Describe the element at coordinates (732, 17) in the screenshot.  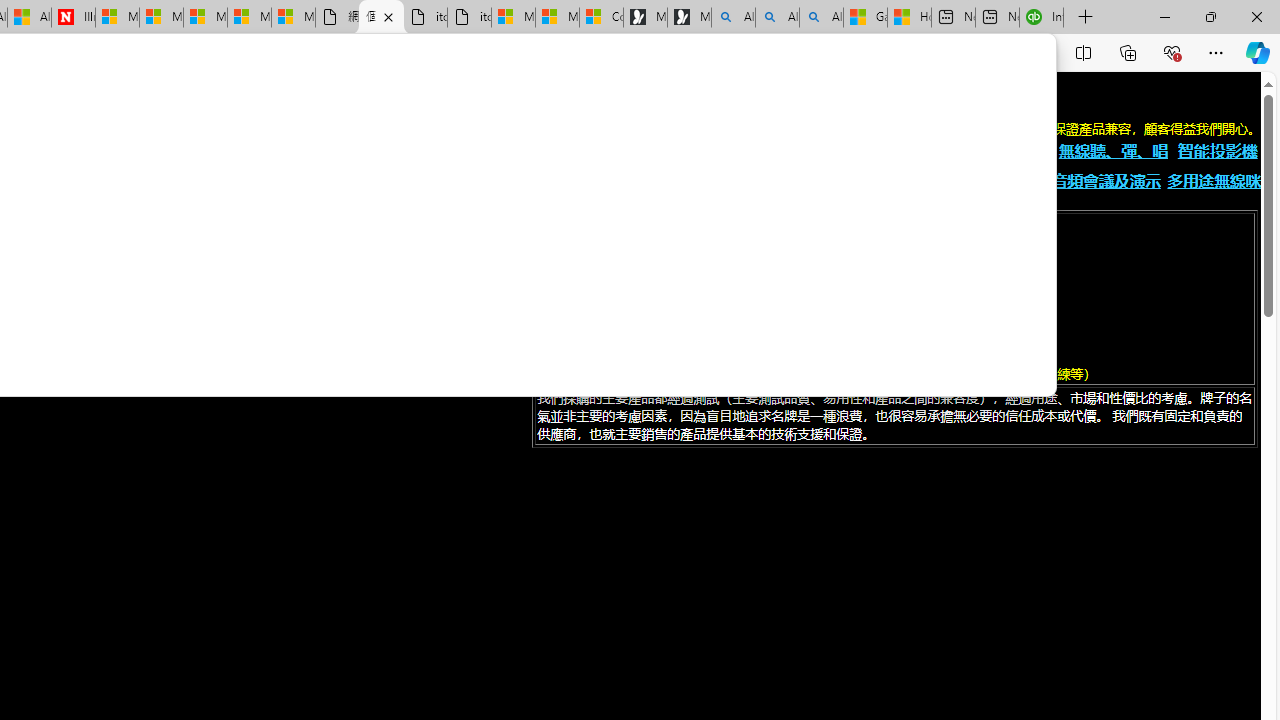
I see `'Alabama high school quarterback dies - Search'` at that location.